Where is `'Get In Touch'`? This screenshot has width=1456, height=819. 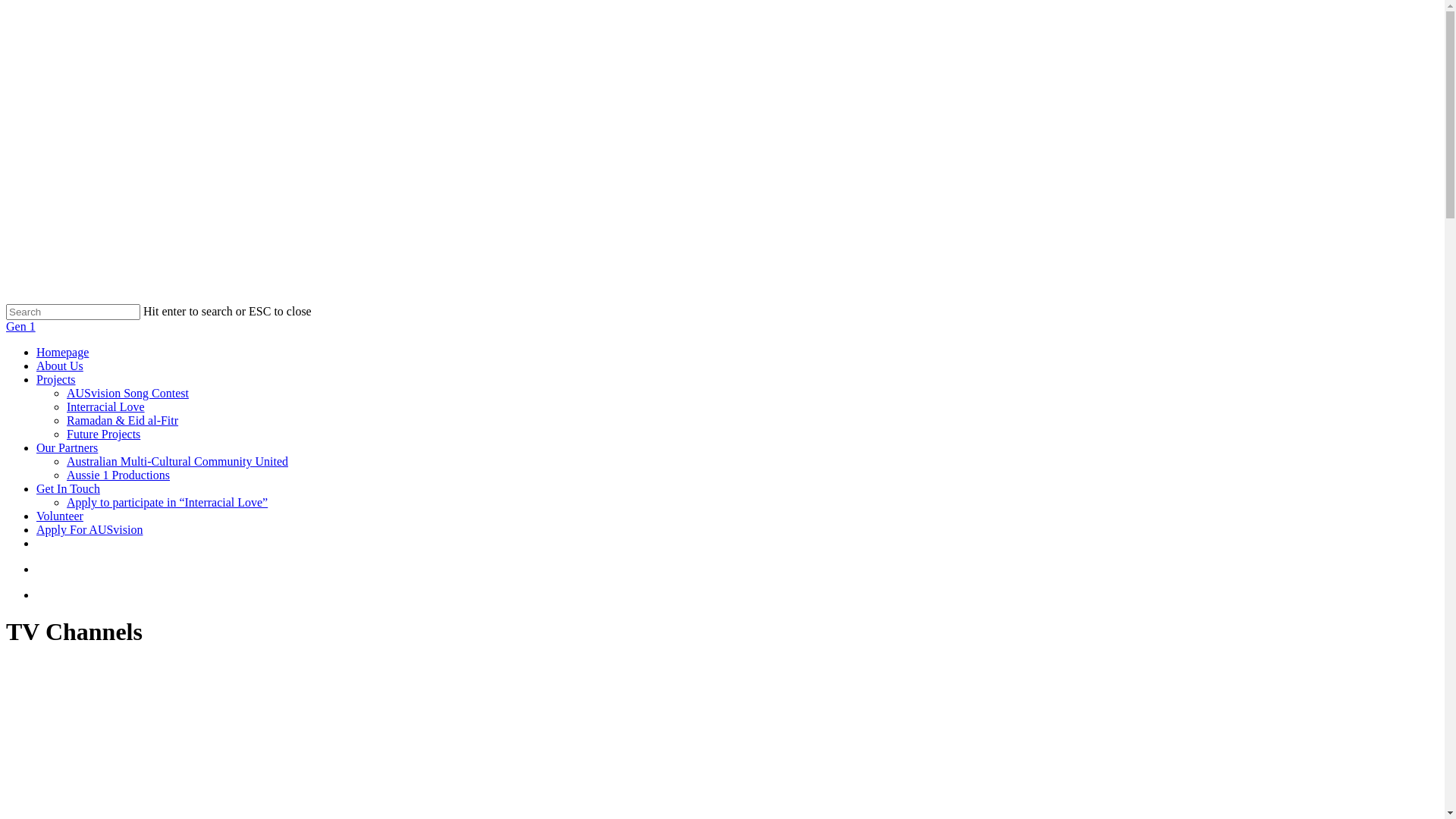 'Get In Touch' is located at coordinates (67, 488).